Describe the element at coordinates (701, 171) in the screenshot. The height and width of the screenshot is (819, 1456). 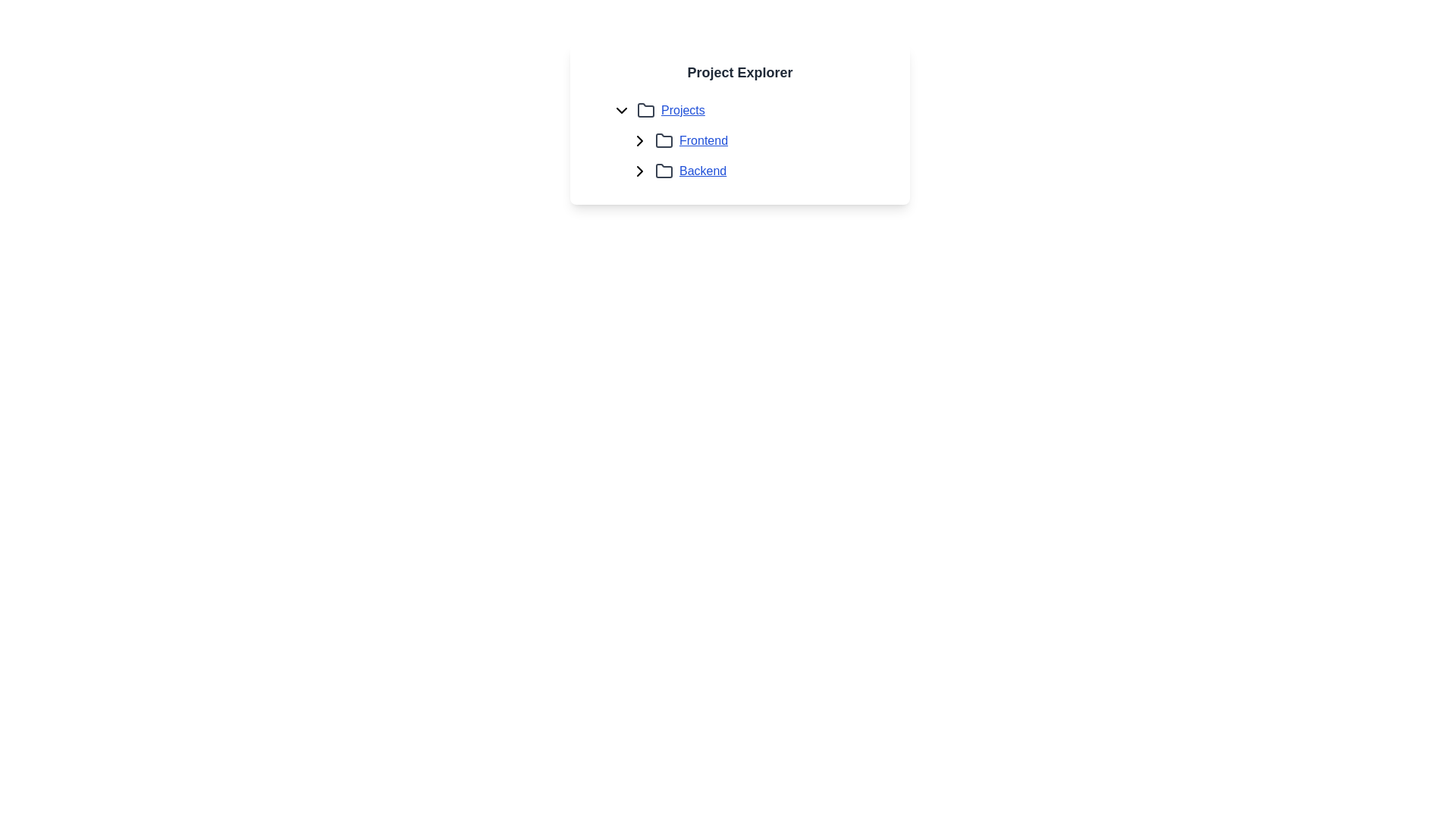
I see `the interactive text link labeled 'Backend' styled with an underlined blue font` at that location.